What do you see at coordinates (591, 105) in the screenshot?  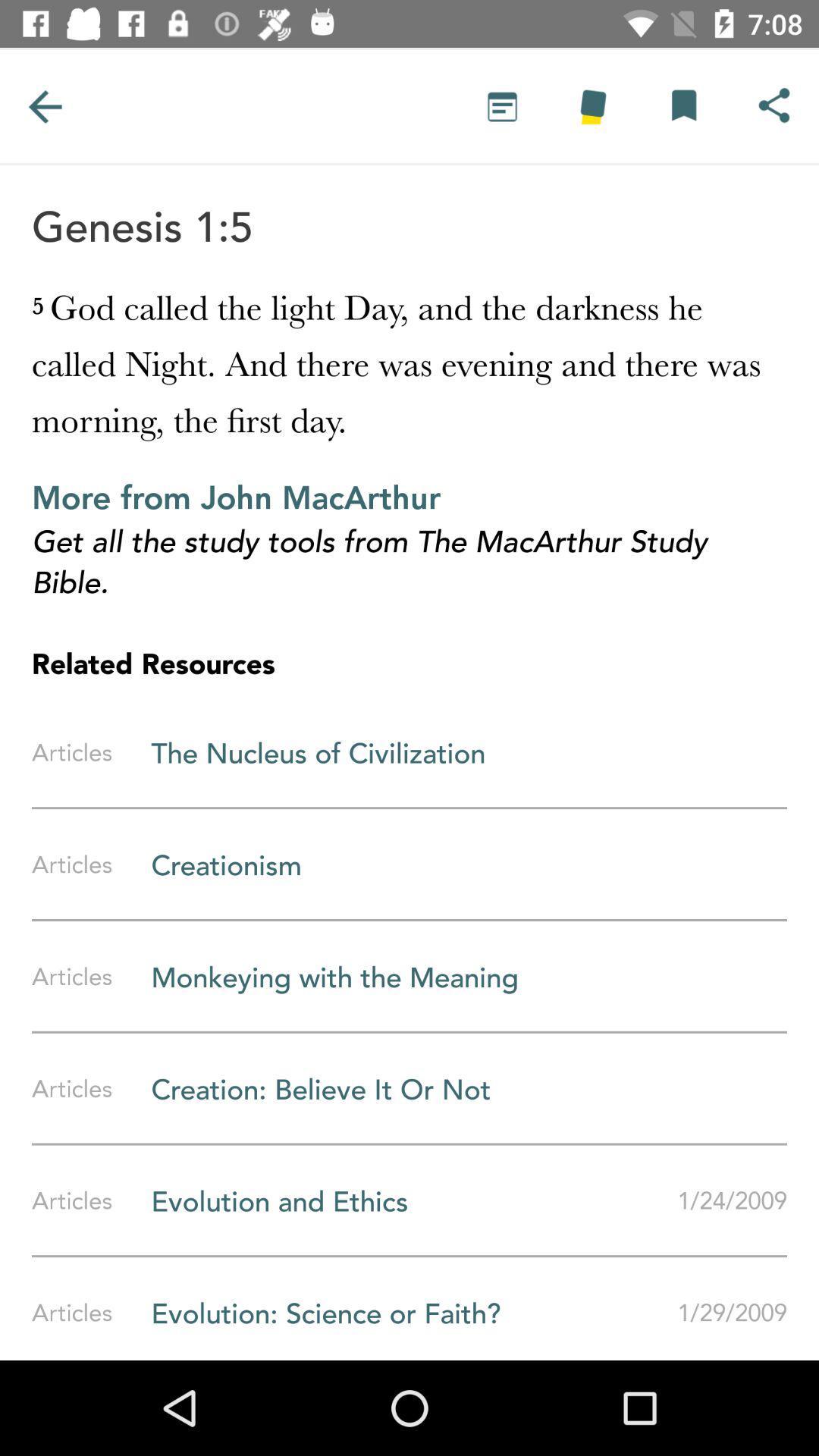 I see `highlight passage` at bounding box center [591, 105].